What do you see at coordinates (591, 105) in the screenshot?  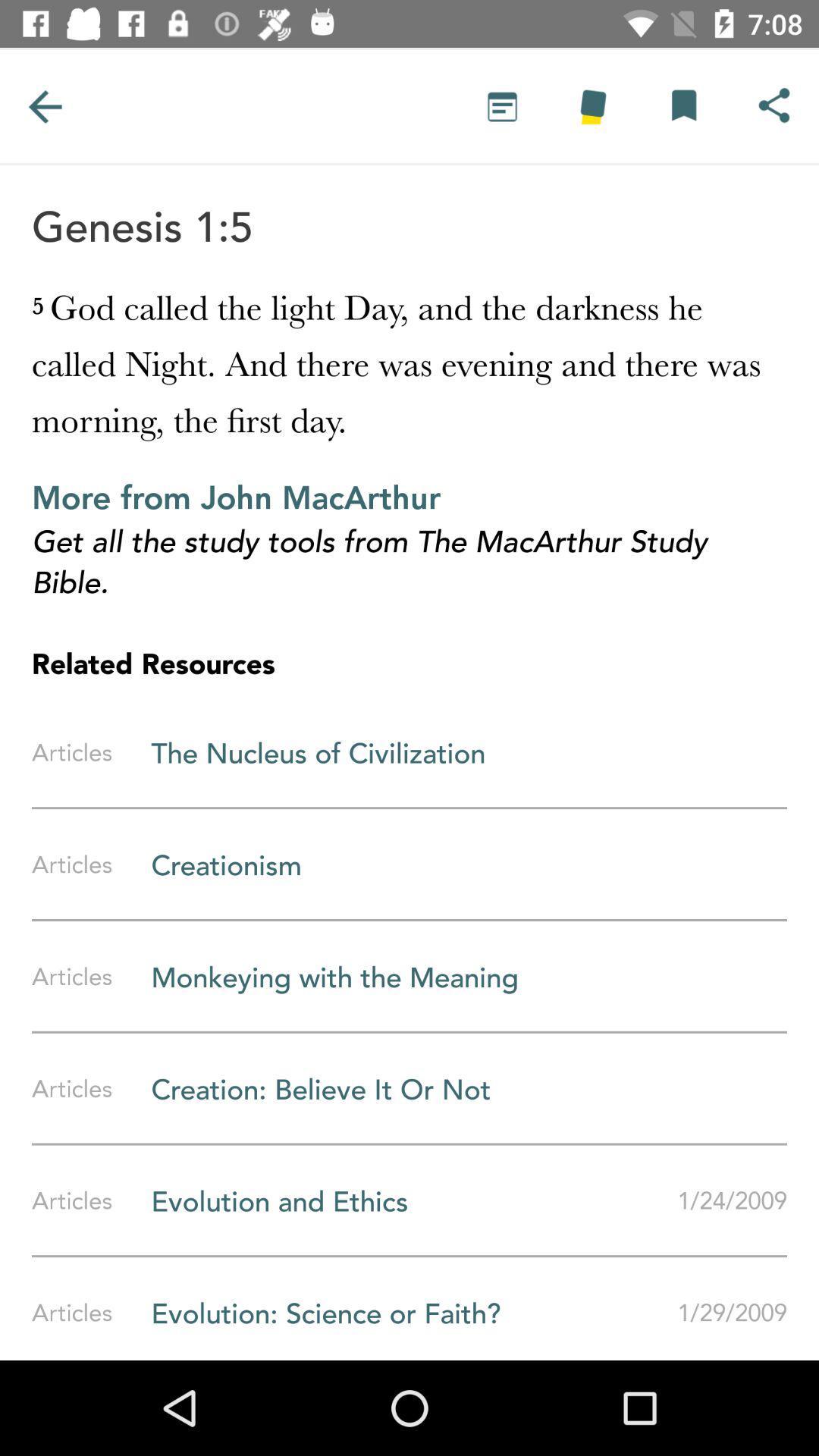 I see `highlight passage` at bounding box center [591, 105].